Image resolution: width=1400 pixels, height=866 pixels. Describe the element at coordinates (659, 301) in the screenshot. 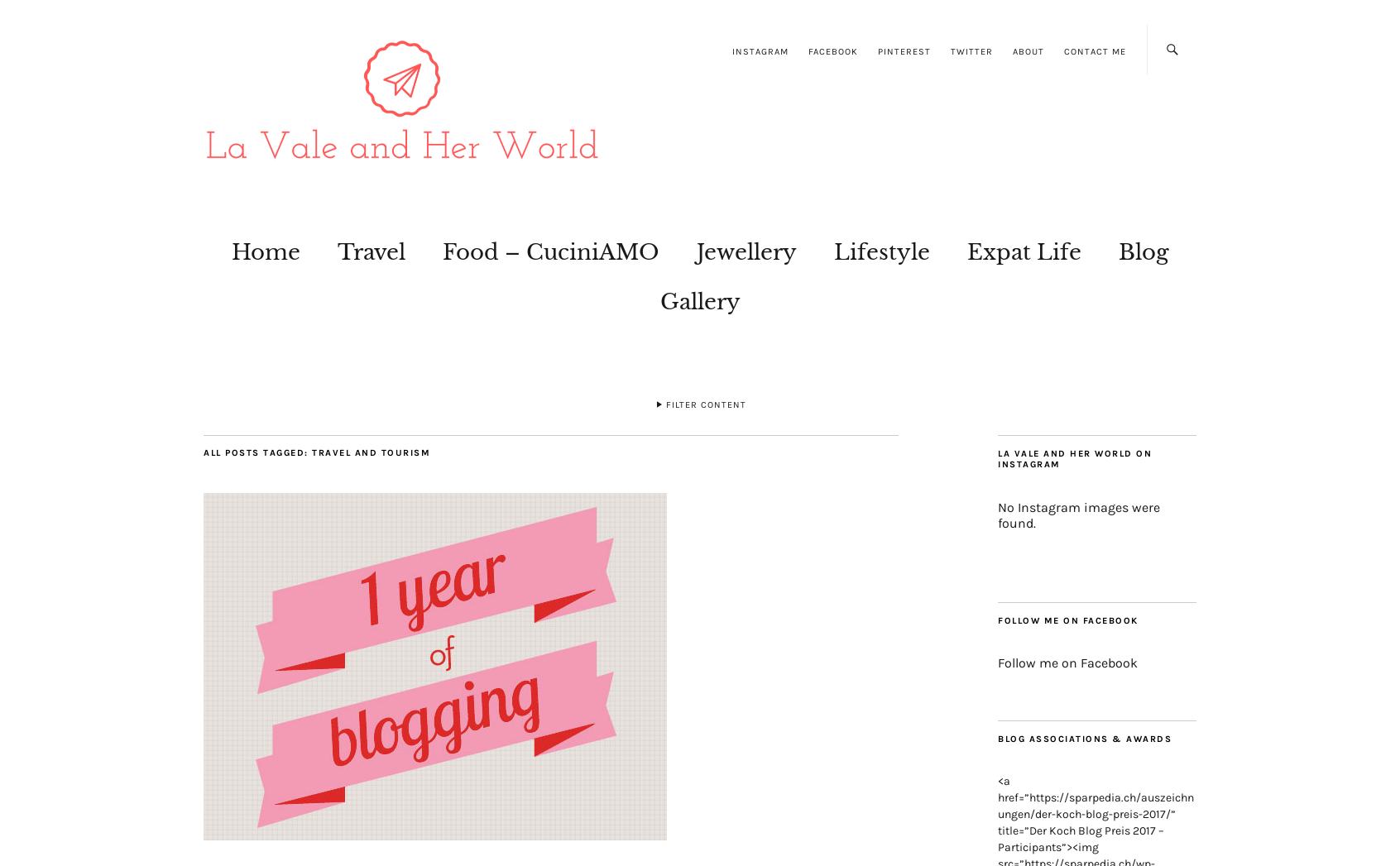

I see `'Gallery'` at that location.